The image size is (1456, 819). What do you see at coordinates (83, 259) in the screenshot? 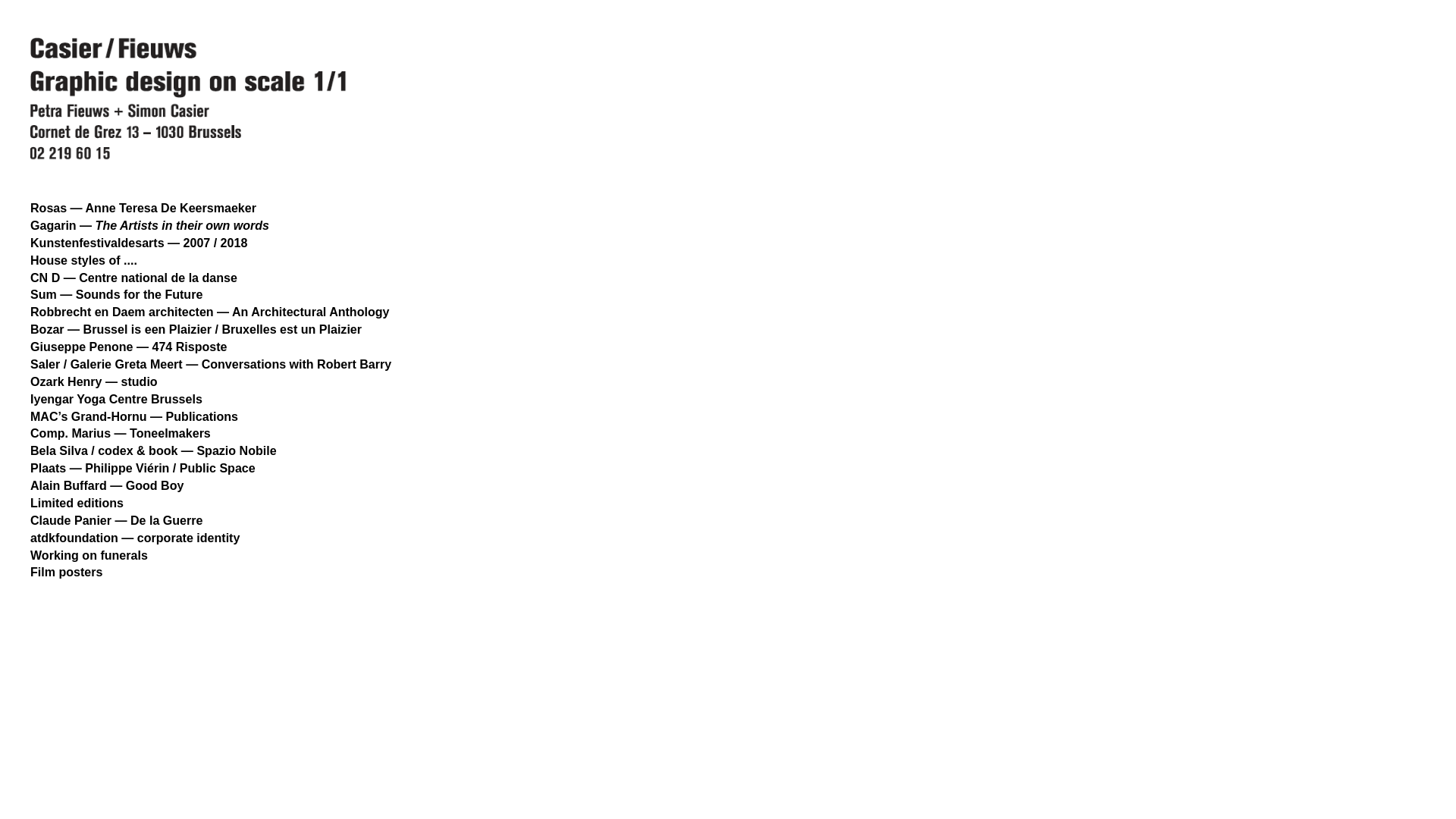
I see `'House styles of ....'` at bounding box center [83, 259].